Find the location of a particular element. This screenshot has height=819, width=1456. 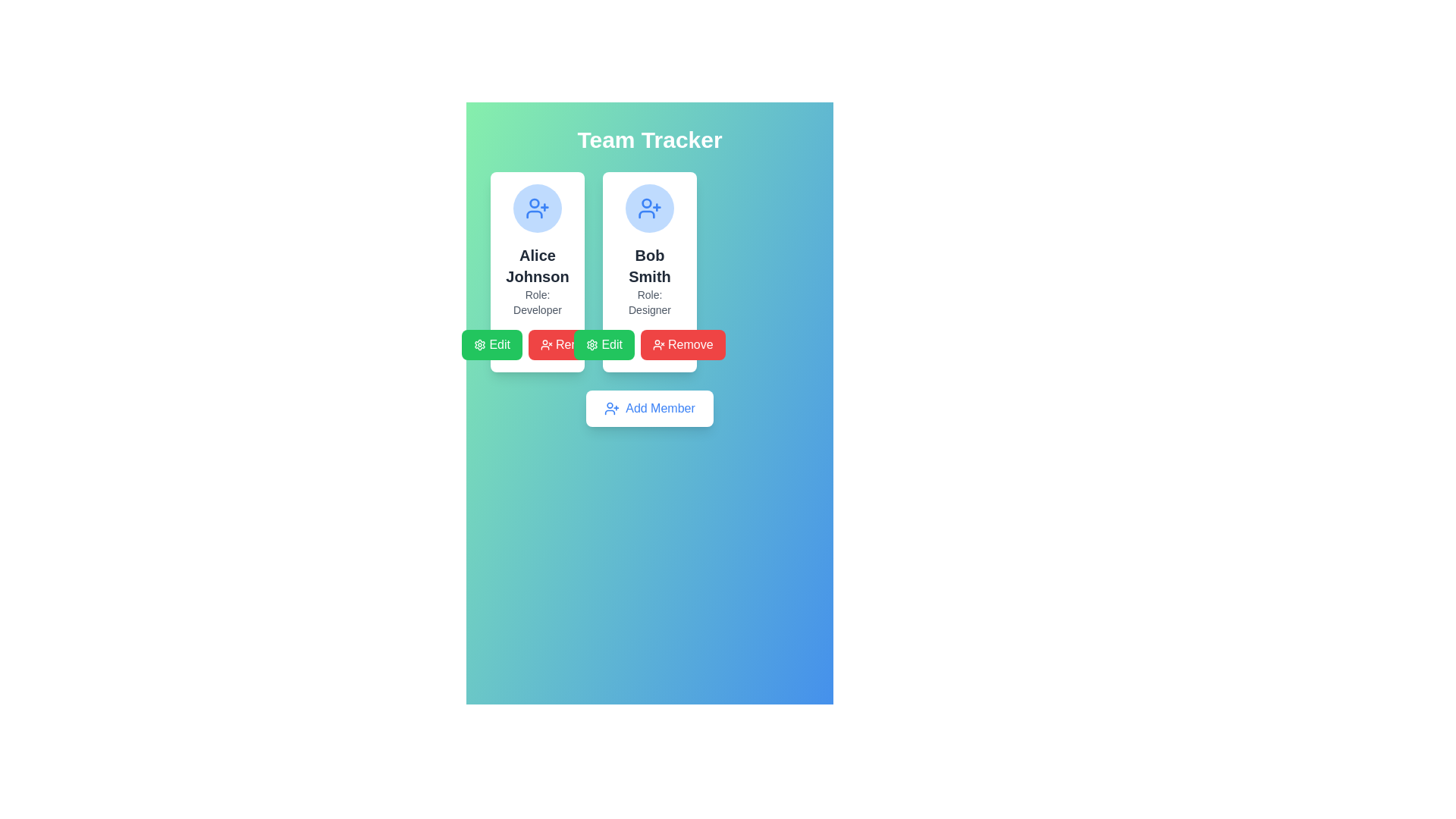

the first button associated with 'Alice Johnson - Developer' to observe the hover effect is located at coordinates (492, 345).